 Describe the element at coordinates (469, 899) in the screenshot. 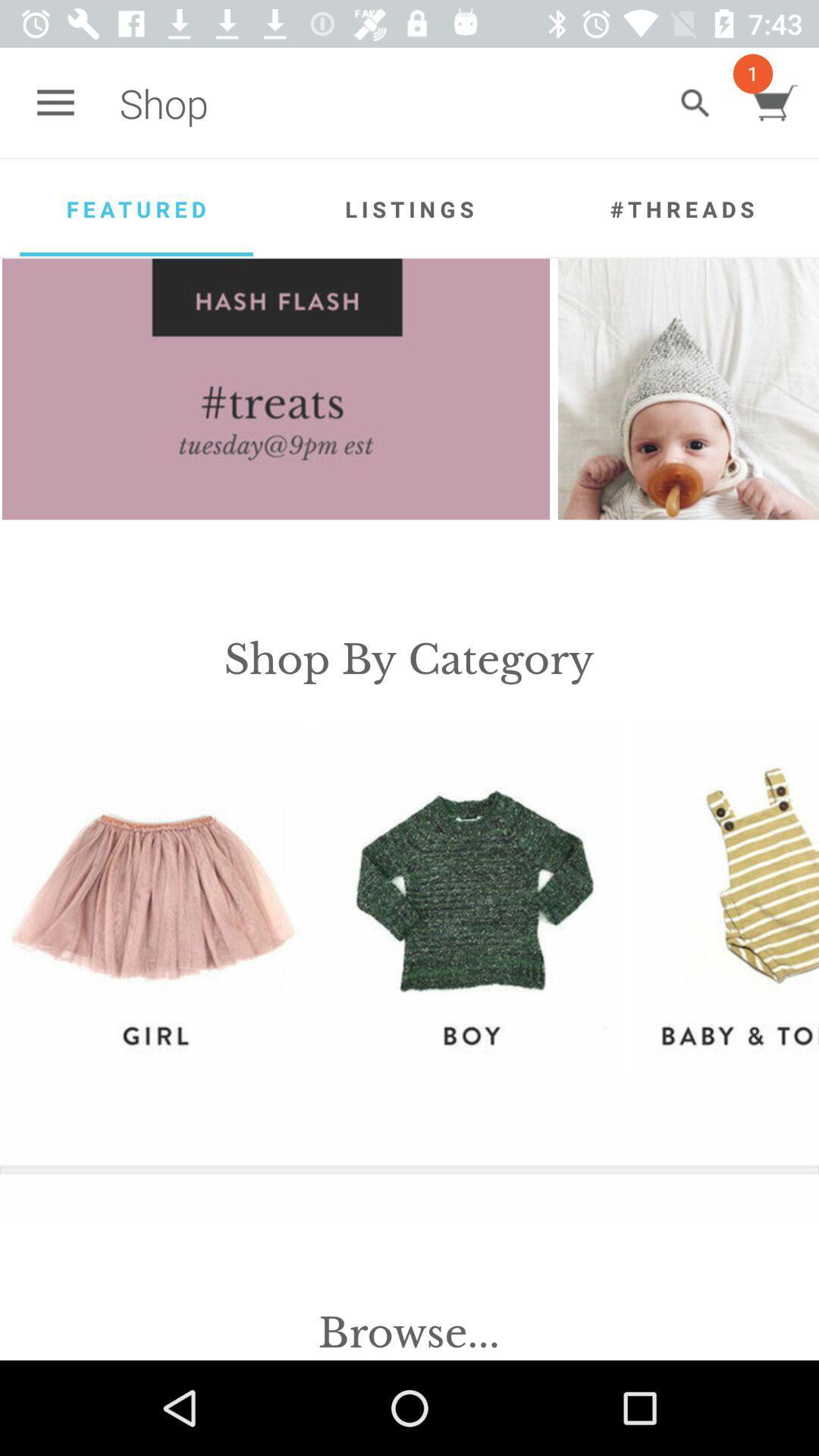

I see `icon below the shop by category item` at that location.